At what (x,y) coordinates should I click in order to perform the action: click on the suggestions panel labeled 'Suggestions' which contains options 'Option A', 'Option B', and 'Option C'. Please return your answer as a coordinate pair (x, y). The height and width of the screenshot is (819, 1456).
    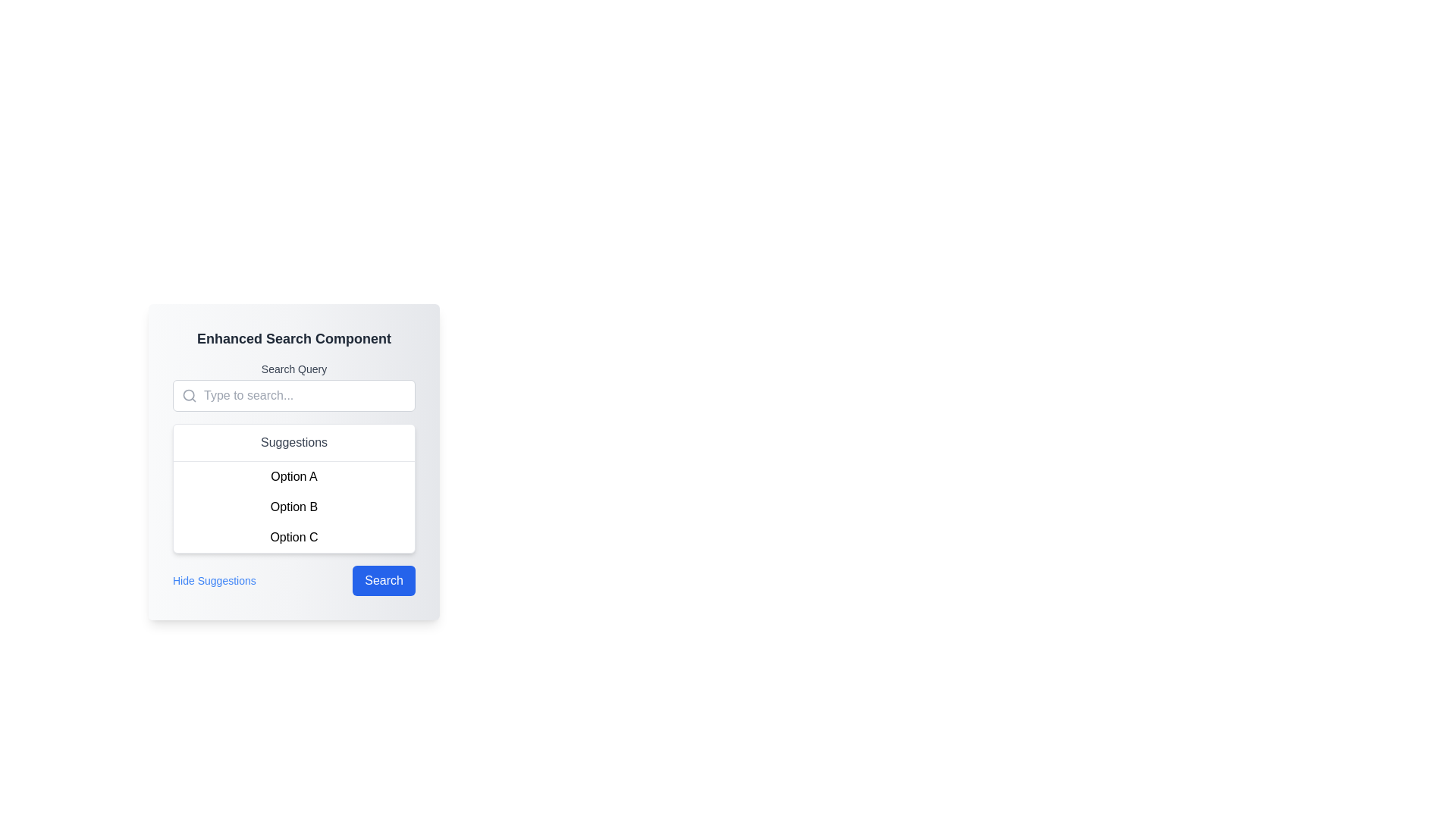
    Looking at the image, I should click on (294, 488).